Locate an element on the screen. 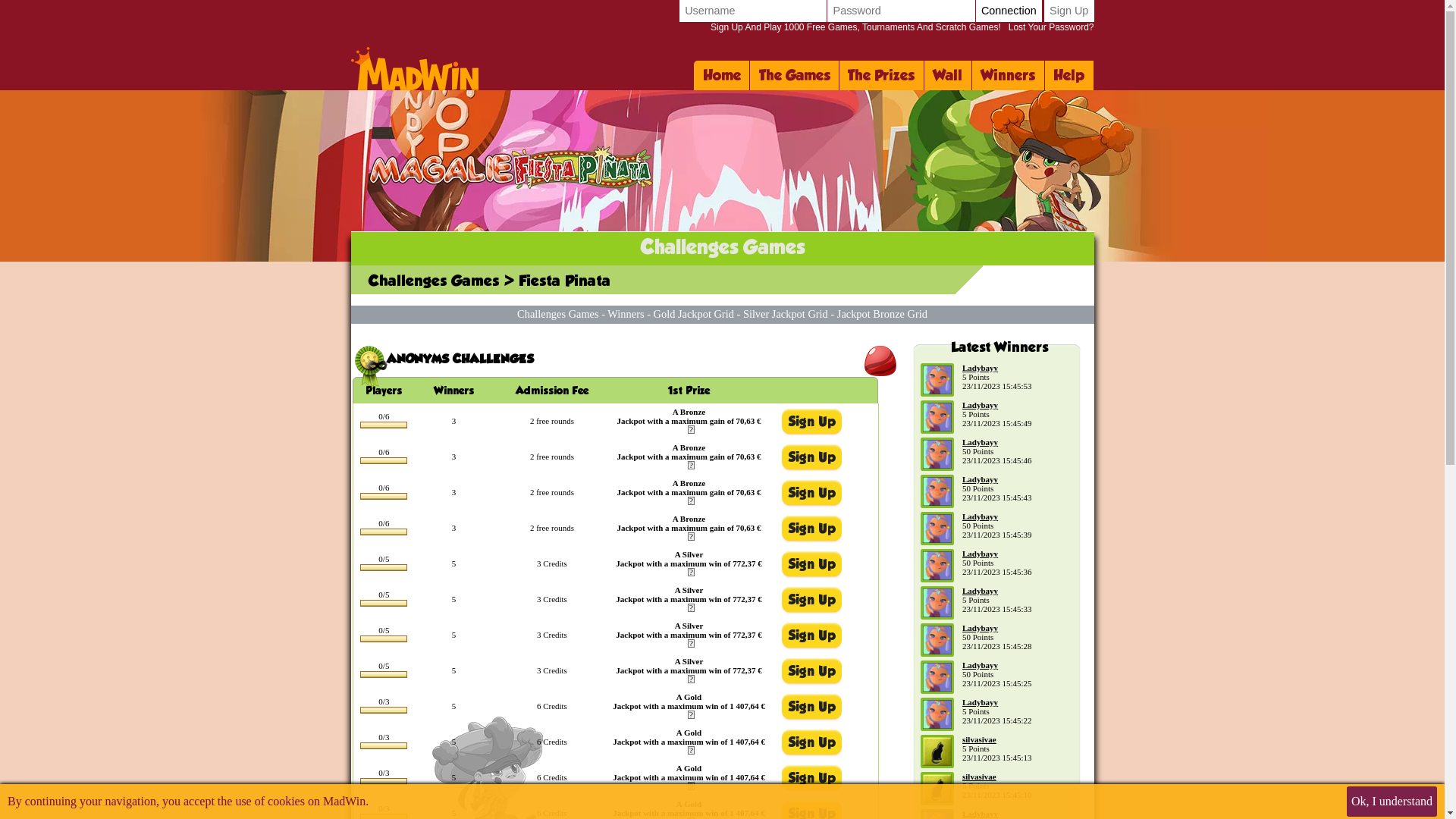 This screenshot has height=819, width=1456. 'silvasivae' is located at coordinates (979, 776).